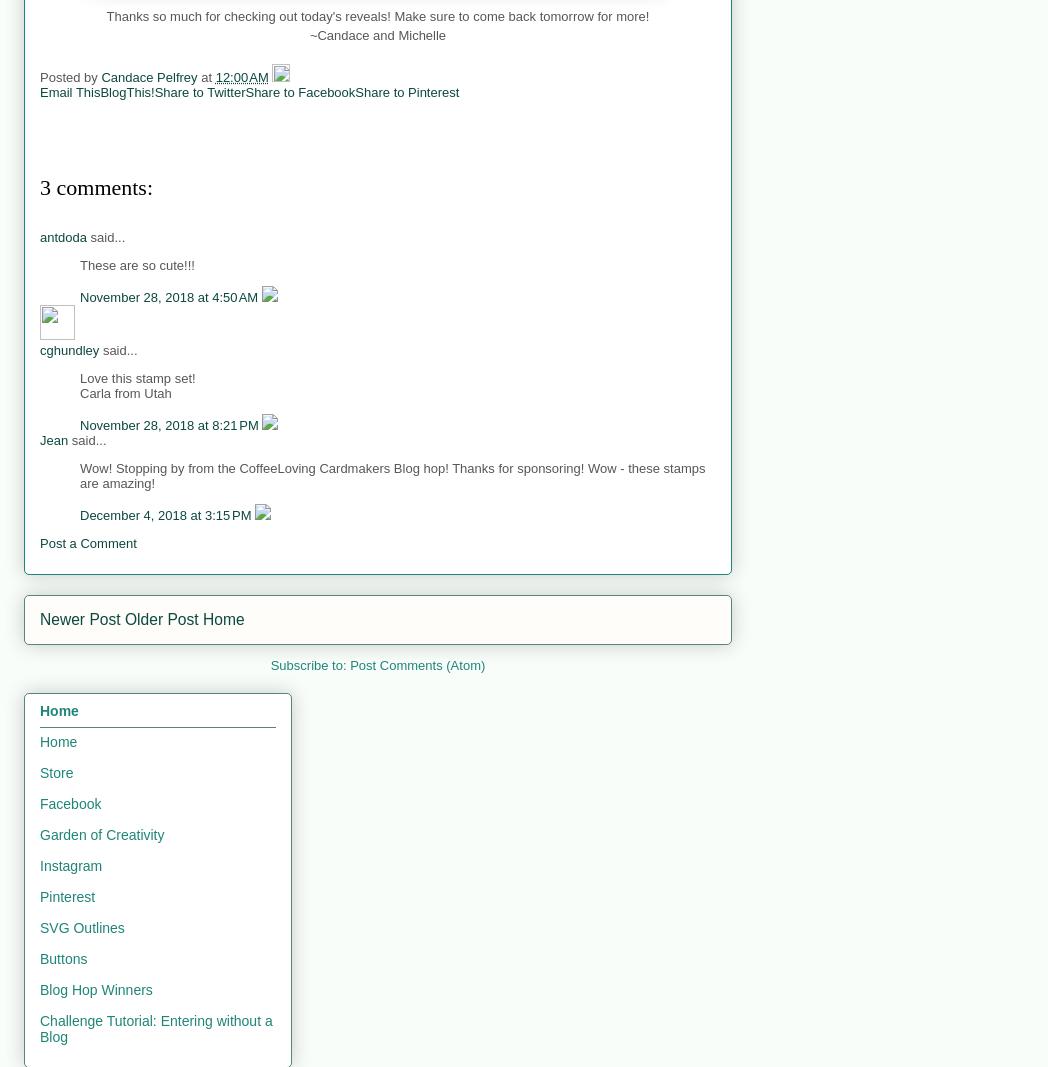  I want to click on 'Instagram', so click(70, 864).